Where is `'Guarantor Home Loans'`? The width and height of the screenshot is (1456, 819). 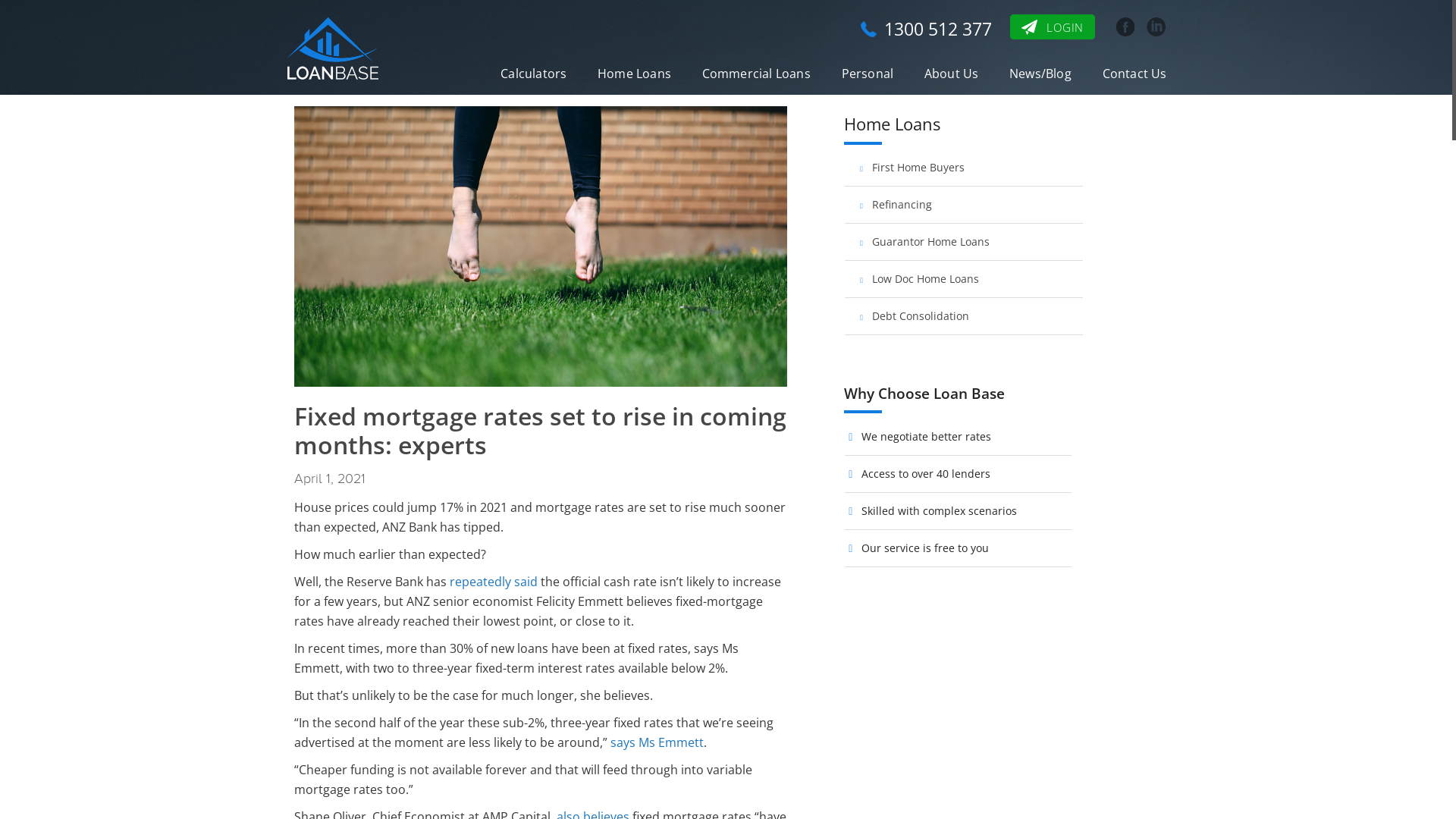 'Guarantor Home Loans' is located at coordinates (962, 241).